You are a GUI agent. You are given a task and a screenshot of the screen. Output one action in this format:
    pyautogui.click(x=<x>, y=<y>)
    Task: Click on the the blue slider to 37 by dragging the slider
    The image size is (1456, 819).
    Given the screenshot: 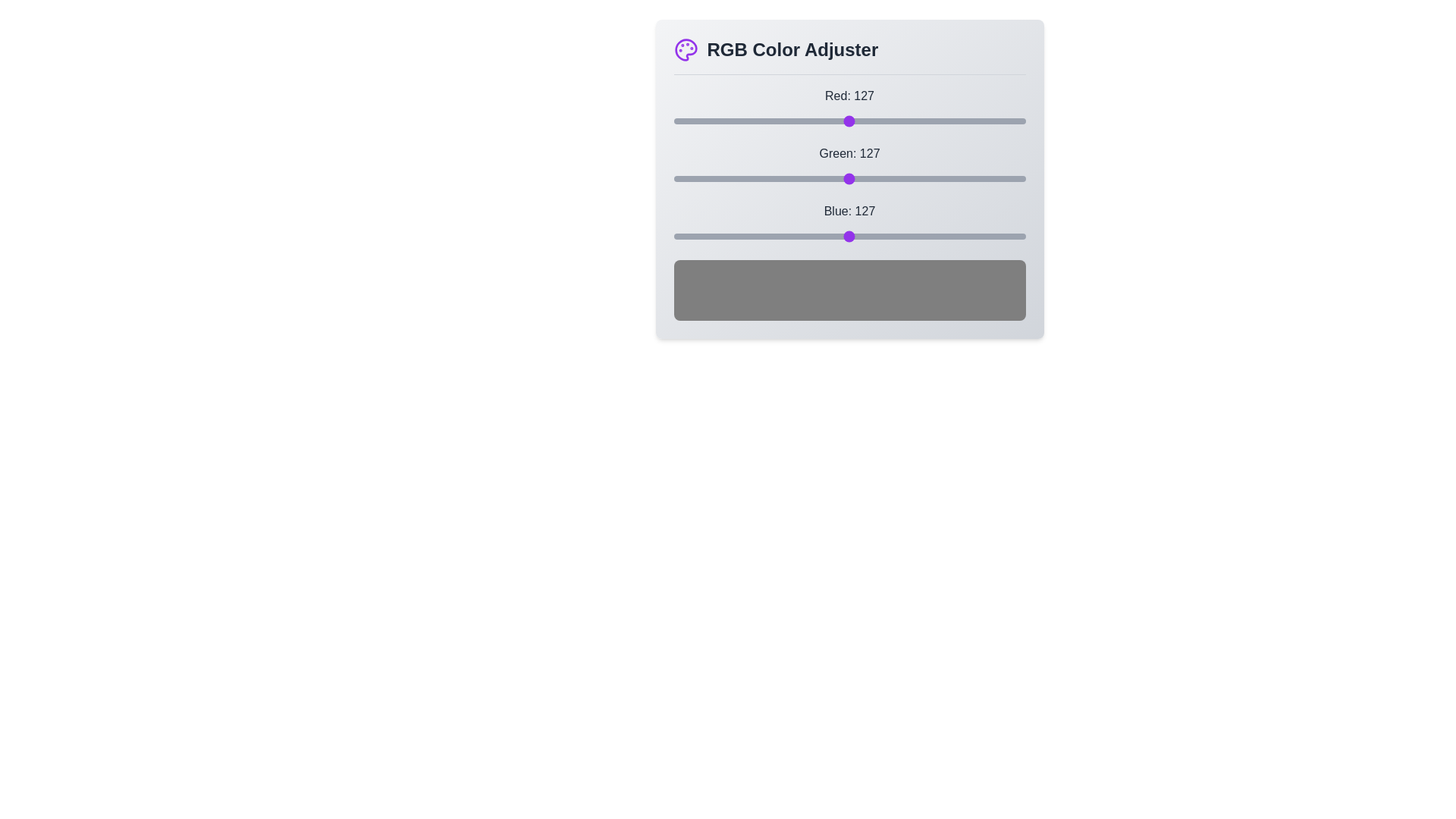 What is the action you would take?
    pyautogui.click(x=723, y=237)
    